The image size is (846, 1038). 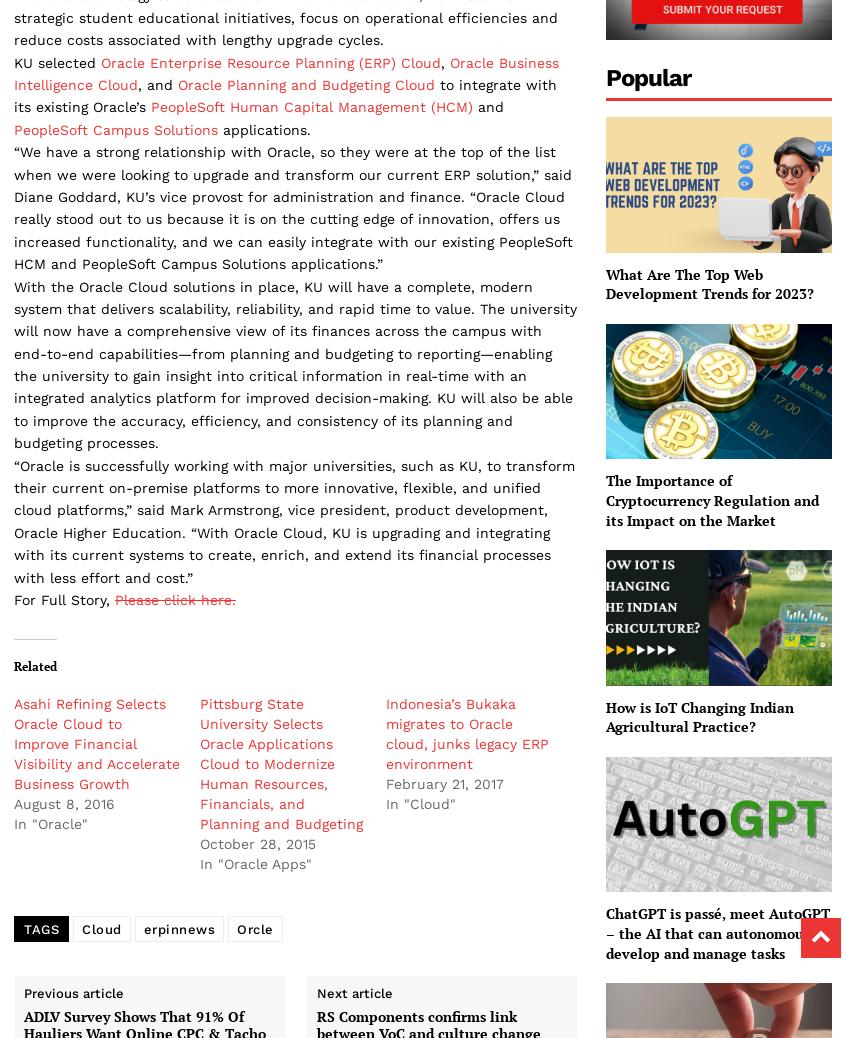 What do you see at coordinates (150, 106) in the screenshot?
I see `'PeopleSoft Human Capital Management (HCM)'` at bounding box center [150, 106].